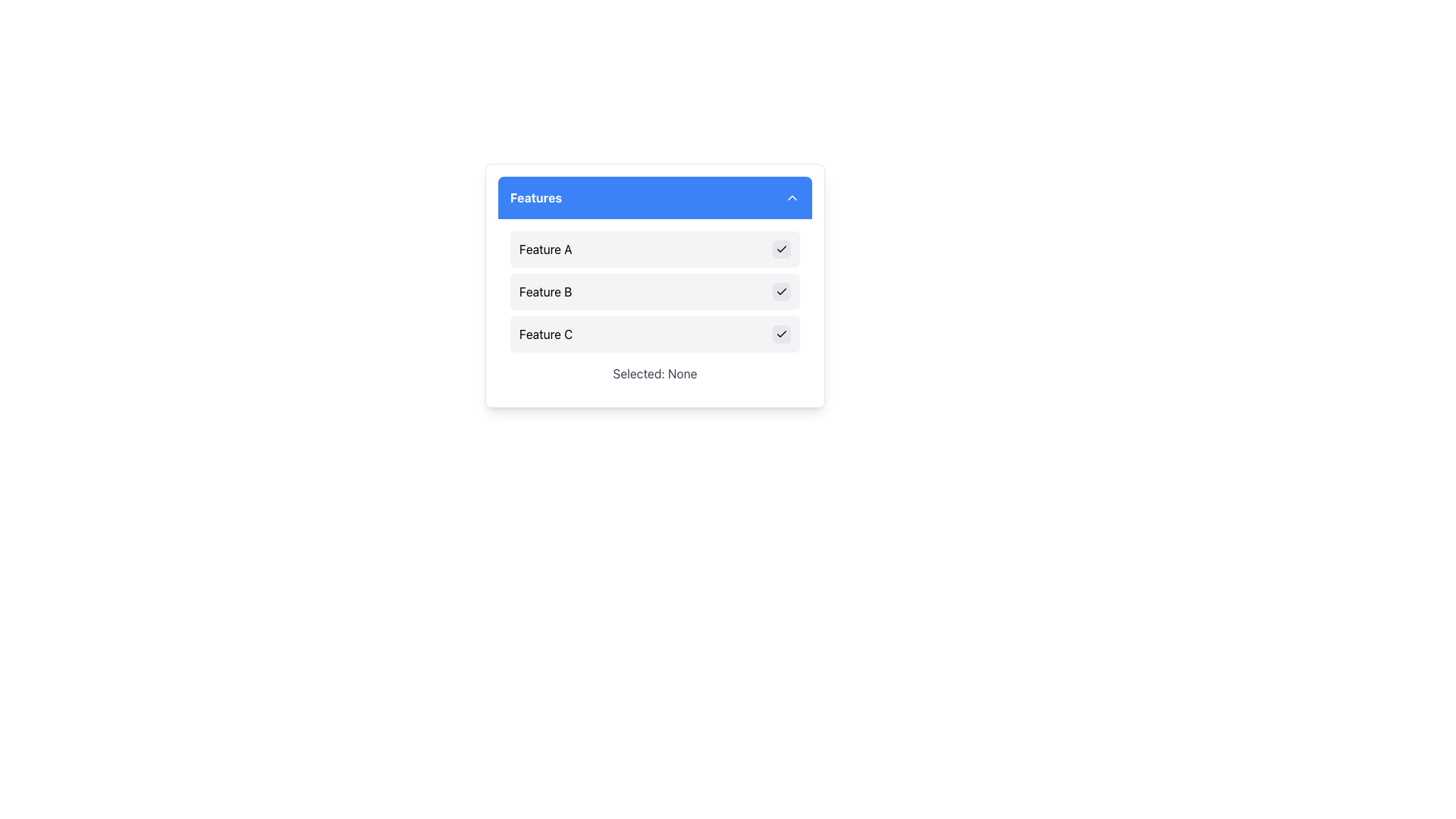  Describe the element at coordinates (782, 292) in the screenshot. I see `the state of the Checkmark Indicator for 'Feature B', which visually confirms that this feature is selected in the checklist interface` at that location.